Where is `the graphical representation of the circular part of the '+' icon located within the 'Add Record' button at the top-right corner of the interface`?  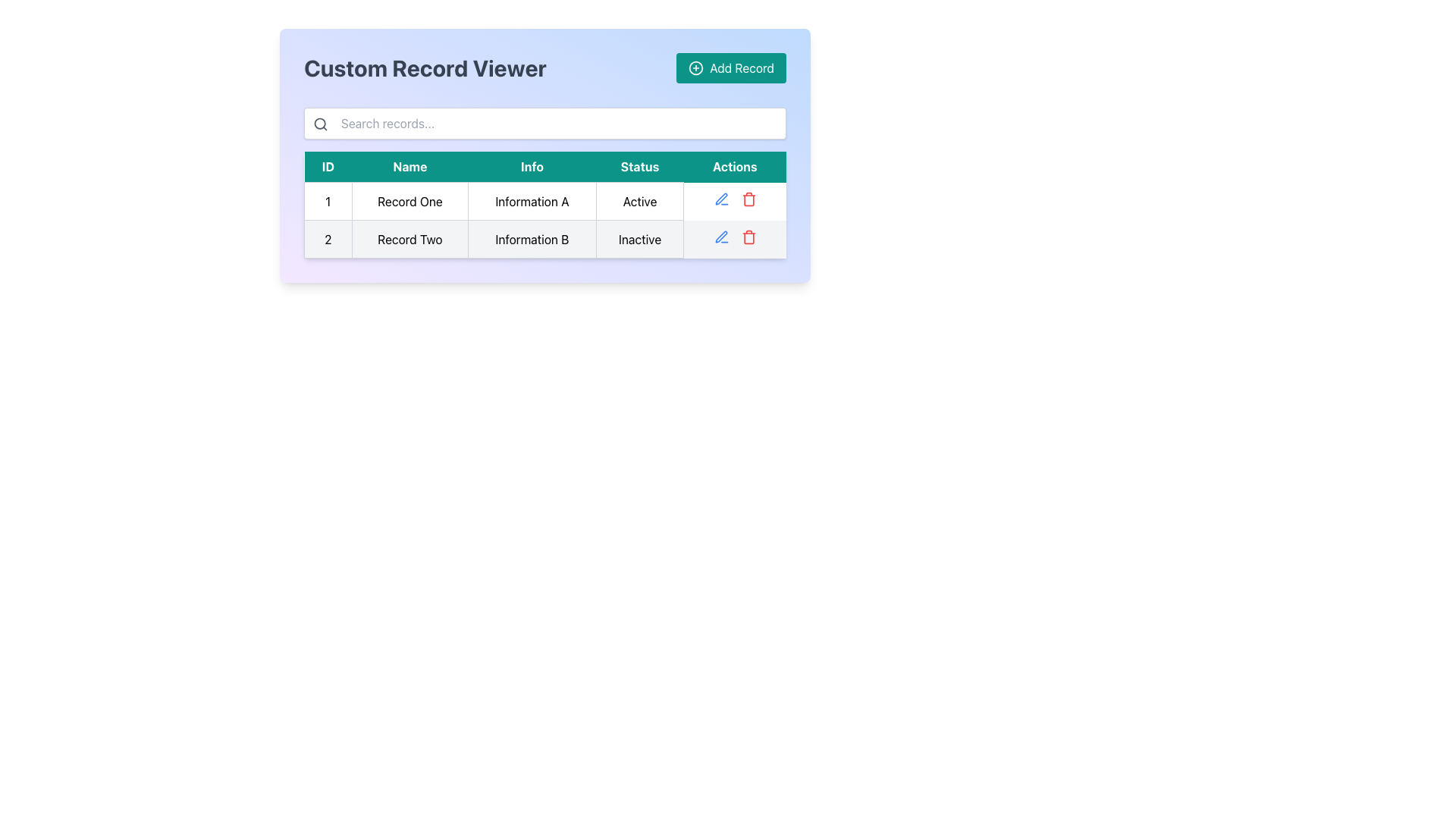 the graphical representation of the circular part of the '+' icon located within the 'Add Record' button at the top-right corner of the interface is located at coordinates (695, 67).